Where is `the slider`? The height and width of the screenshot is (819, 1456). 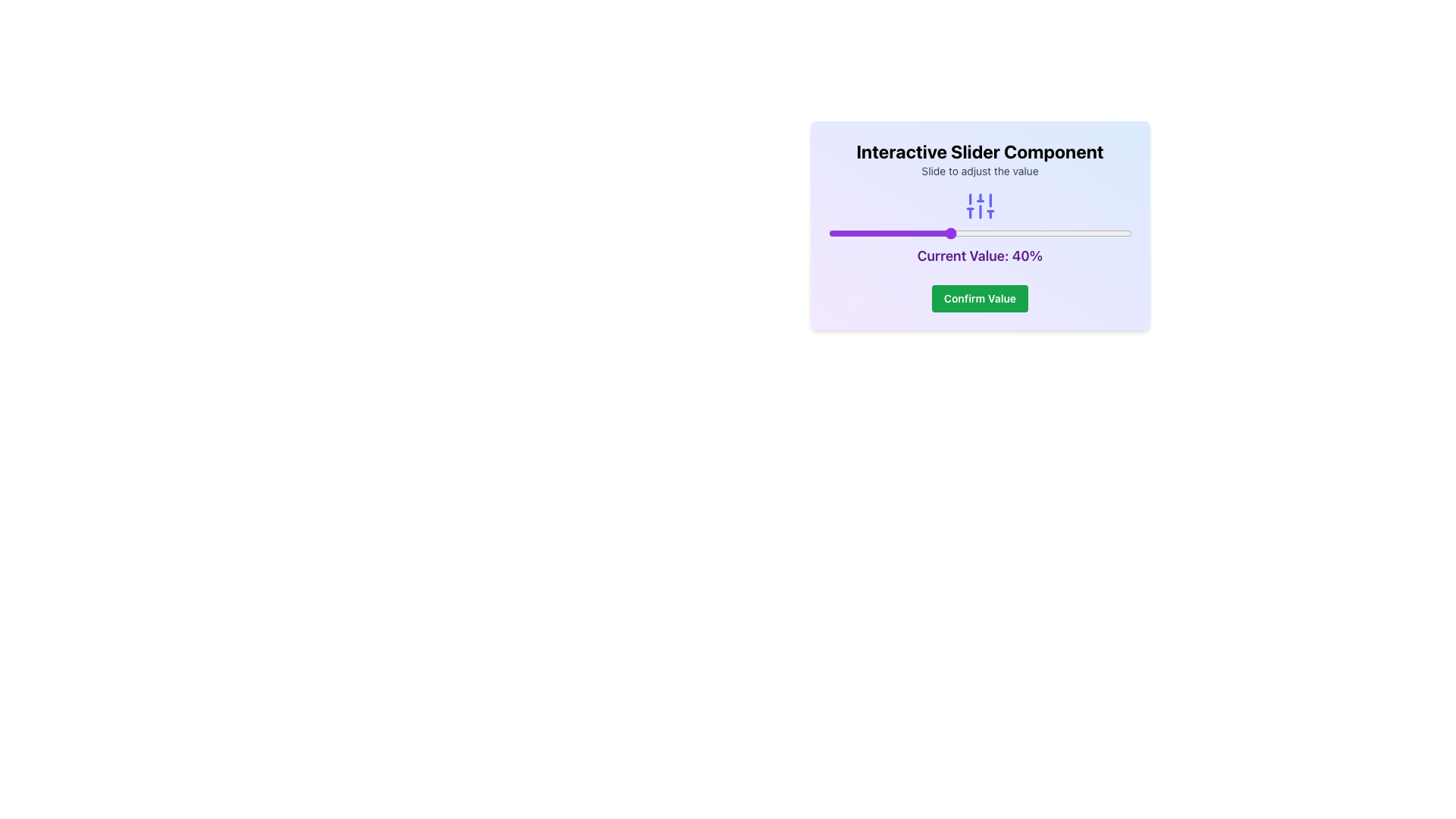 the slider is located at coordinates (958, 234).